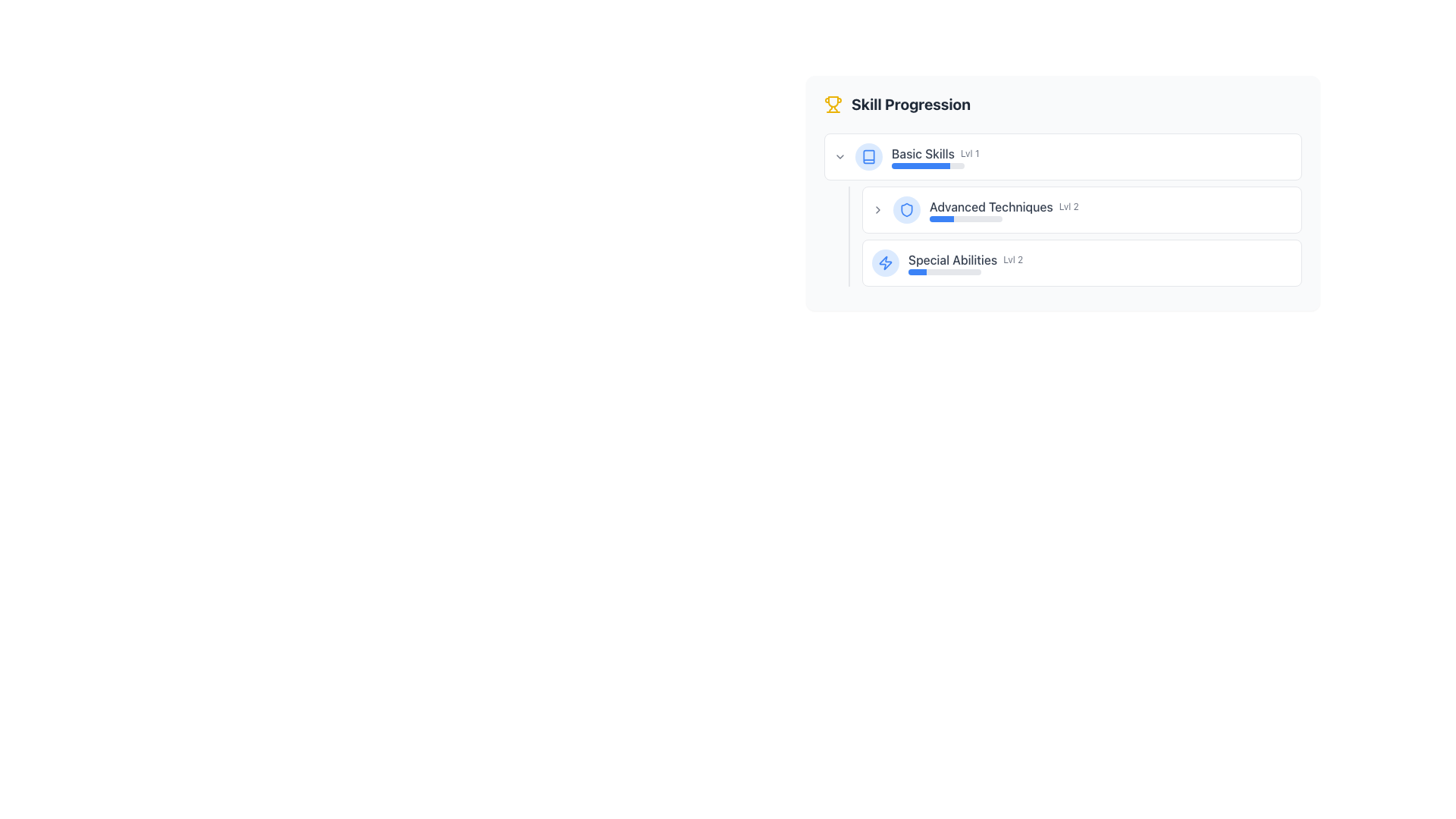 This screenshot has width=1456, height=819. What do you see at coordinates (839, 157) in the screenshot?
I see `the dropdown toggle button with a downward pointing gray arrow located in the top-right corner of the 'Basic Skills Lvl 1' card` at bounding box center [839, 157].